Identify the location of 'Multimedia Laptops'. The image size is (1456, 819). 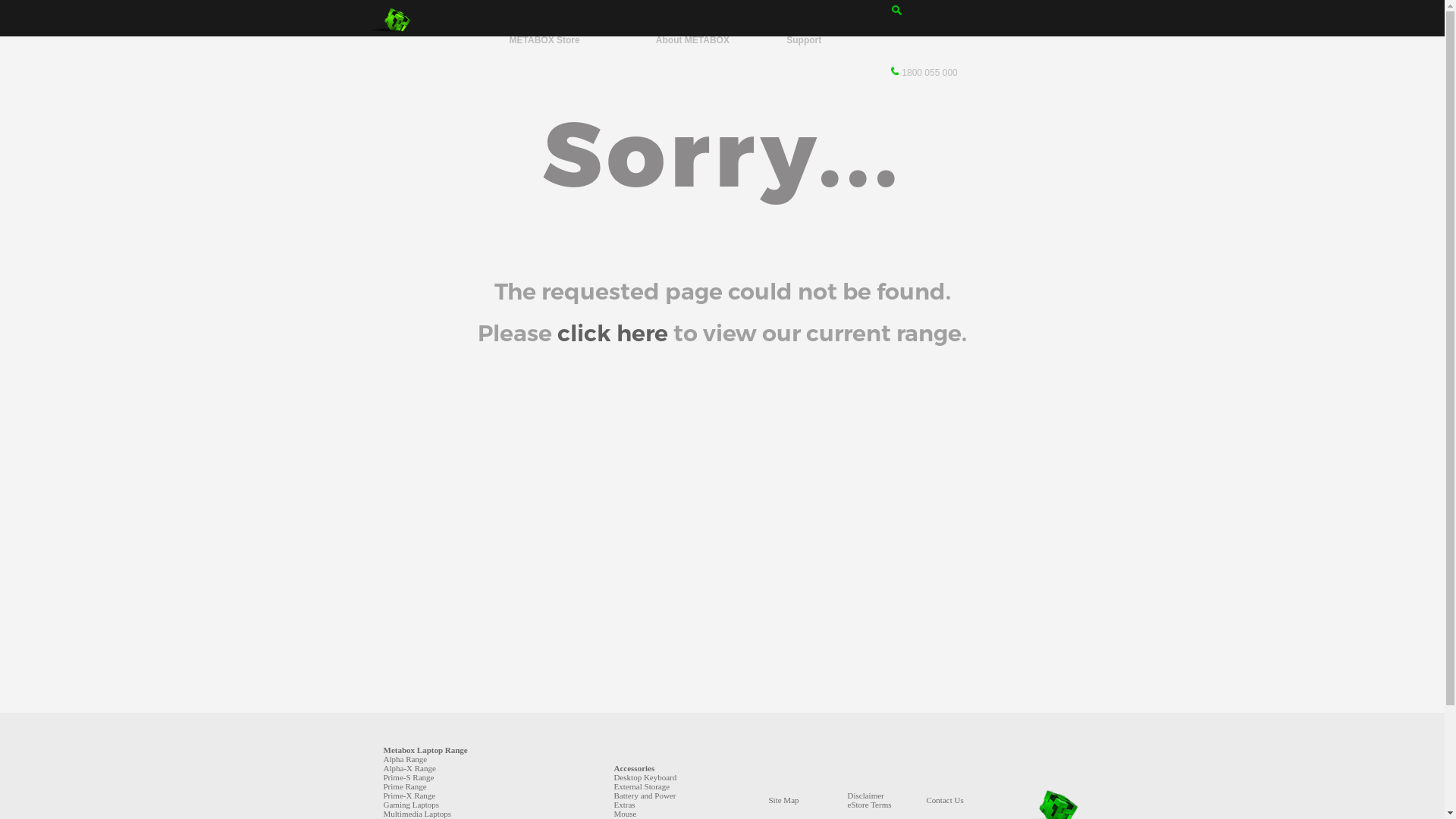
(383, 812).